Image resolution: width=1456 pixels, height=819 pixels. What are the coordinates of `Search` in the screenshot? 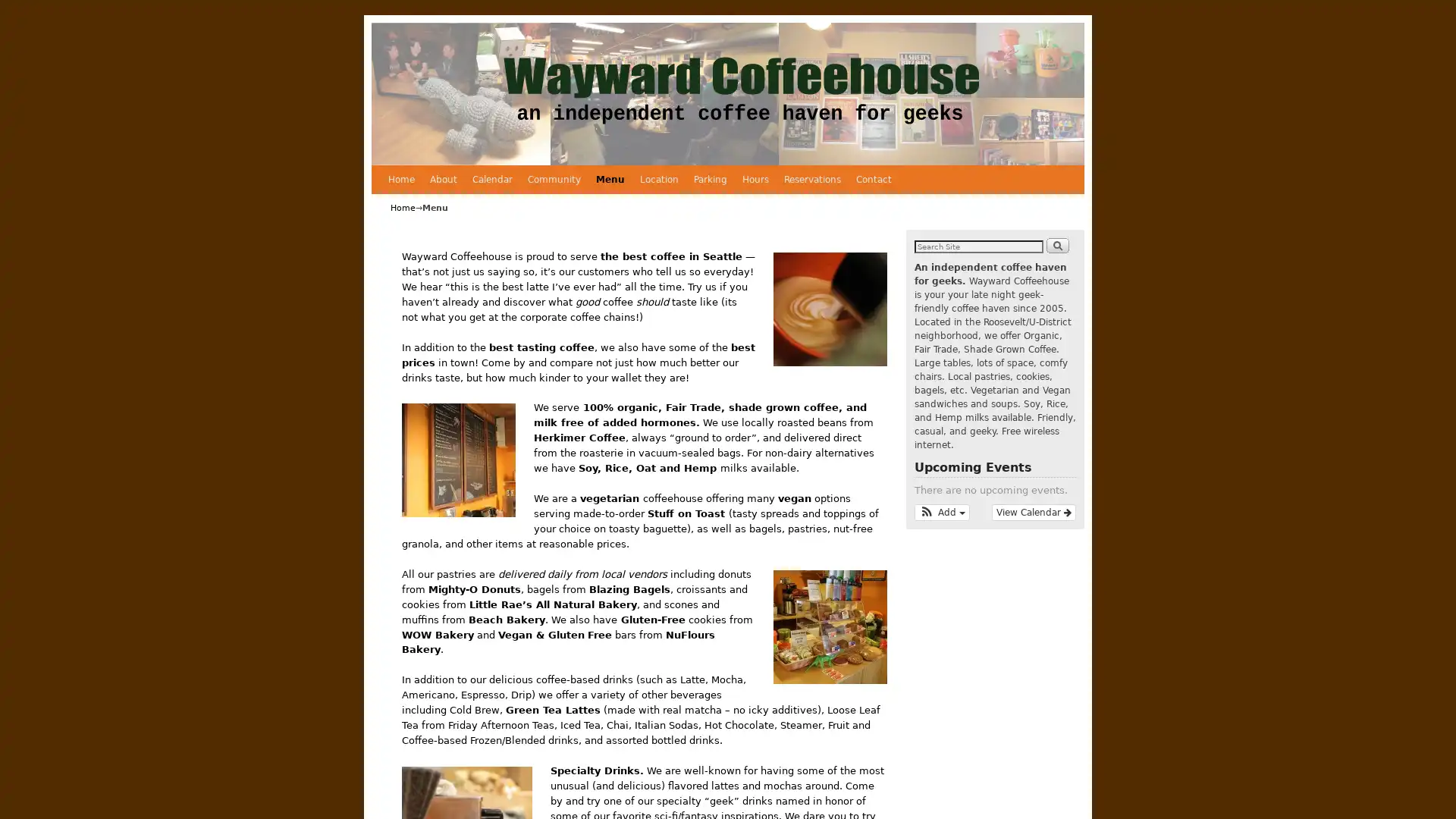 It's located at (1057, 244).